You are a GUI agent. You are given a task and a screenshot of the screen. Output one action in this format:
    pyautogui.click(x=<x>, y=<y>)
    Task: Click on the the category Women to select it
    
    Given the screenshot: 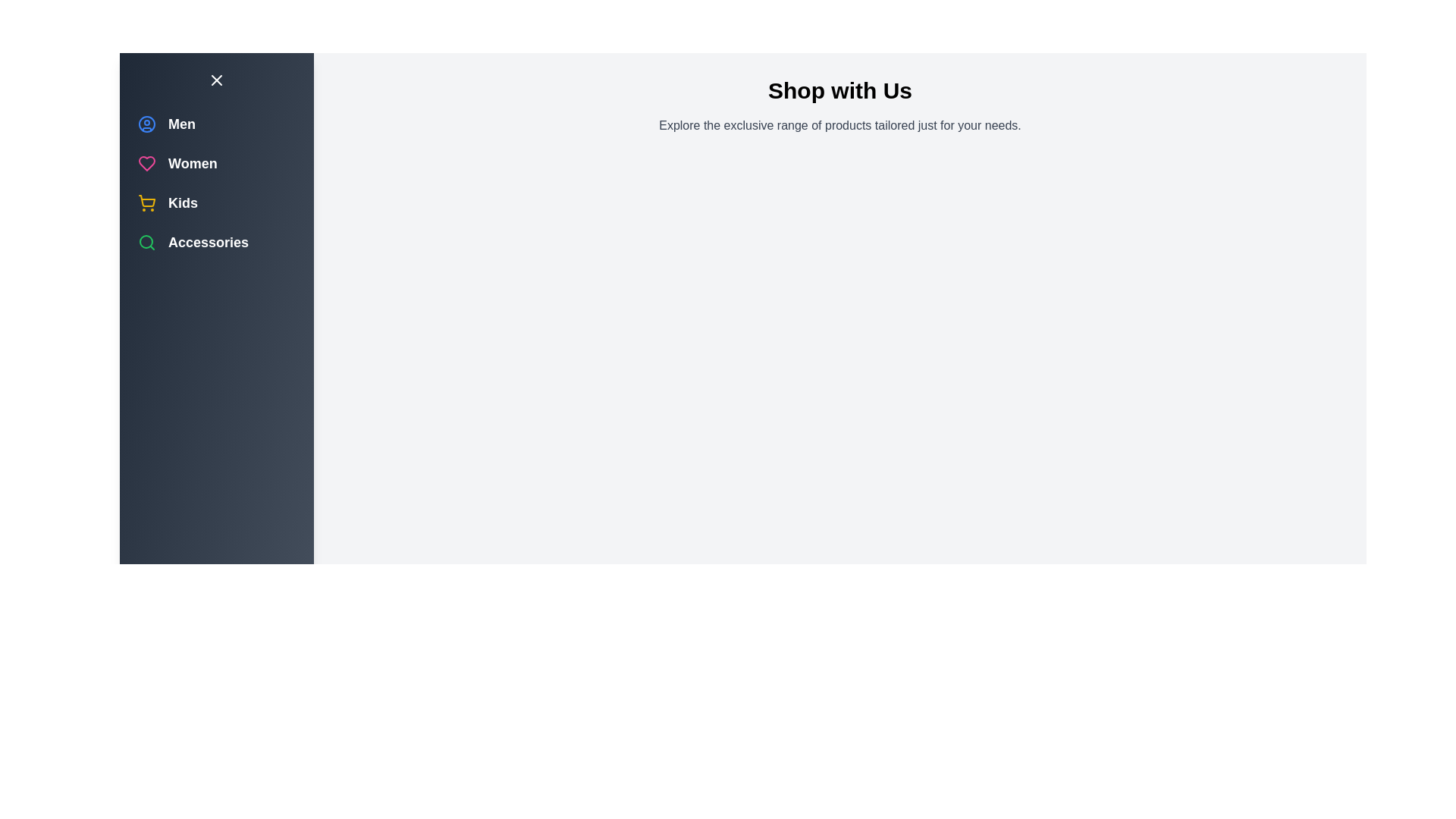 What is the action you would take?
    pyautogui.click(x=146, y=164)
    